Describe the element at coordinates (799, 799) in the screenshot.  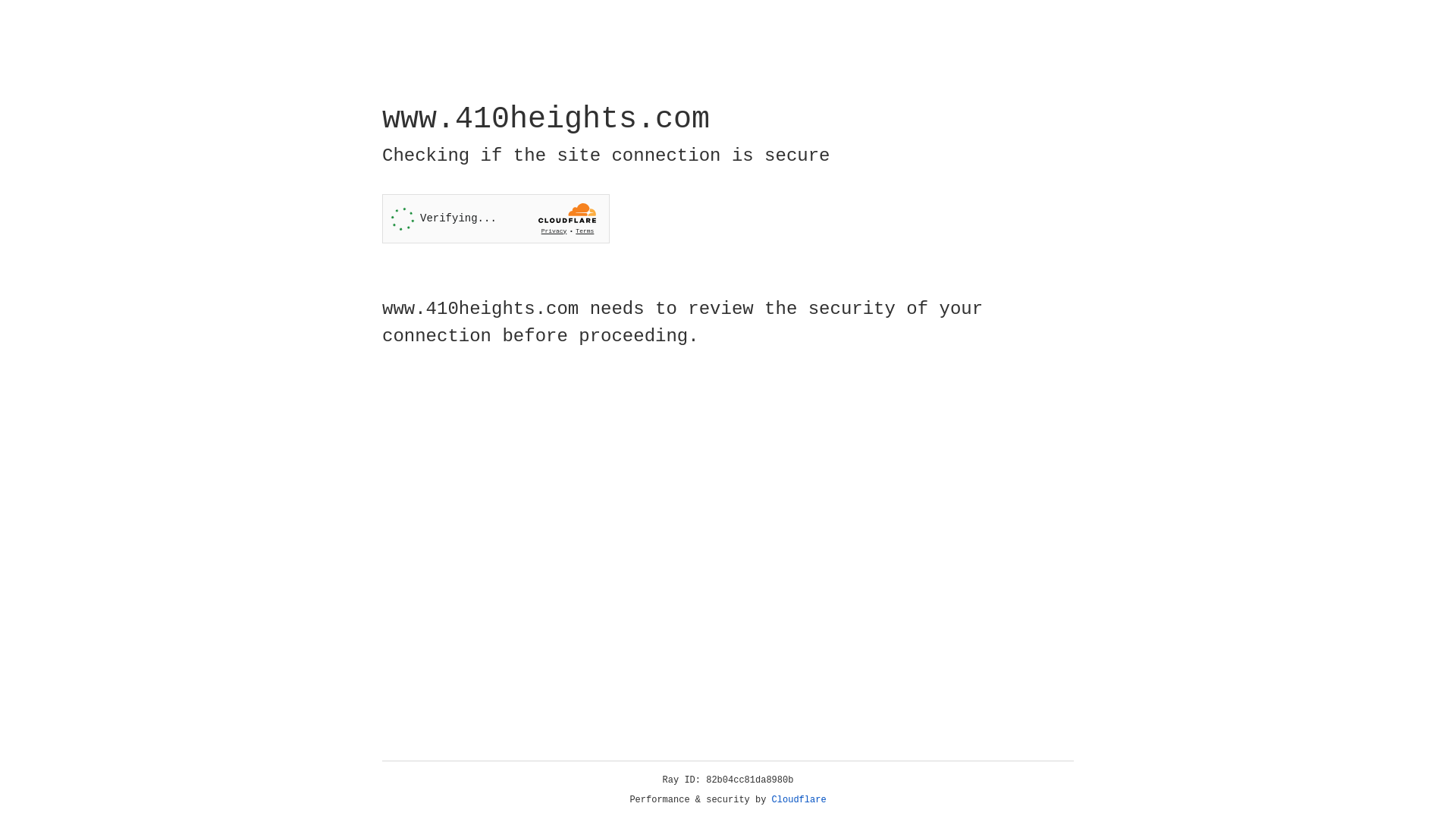
I see `'Cloudflare'` at that location.